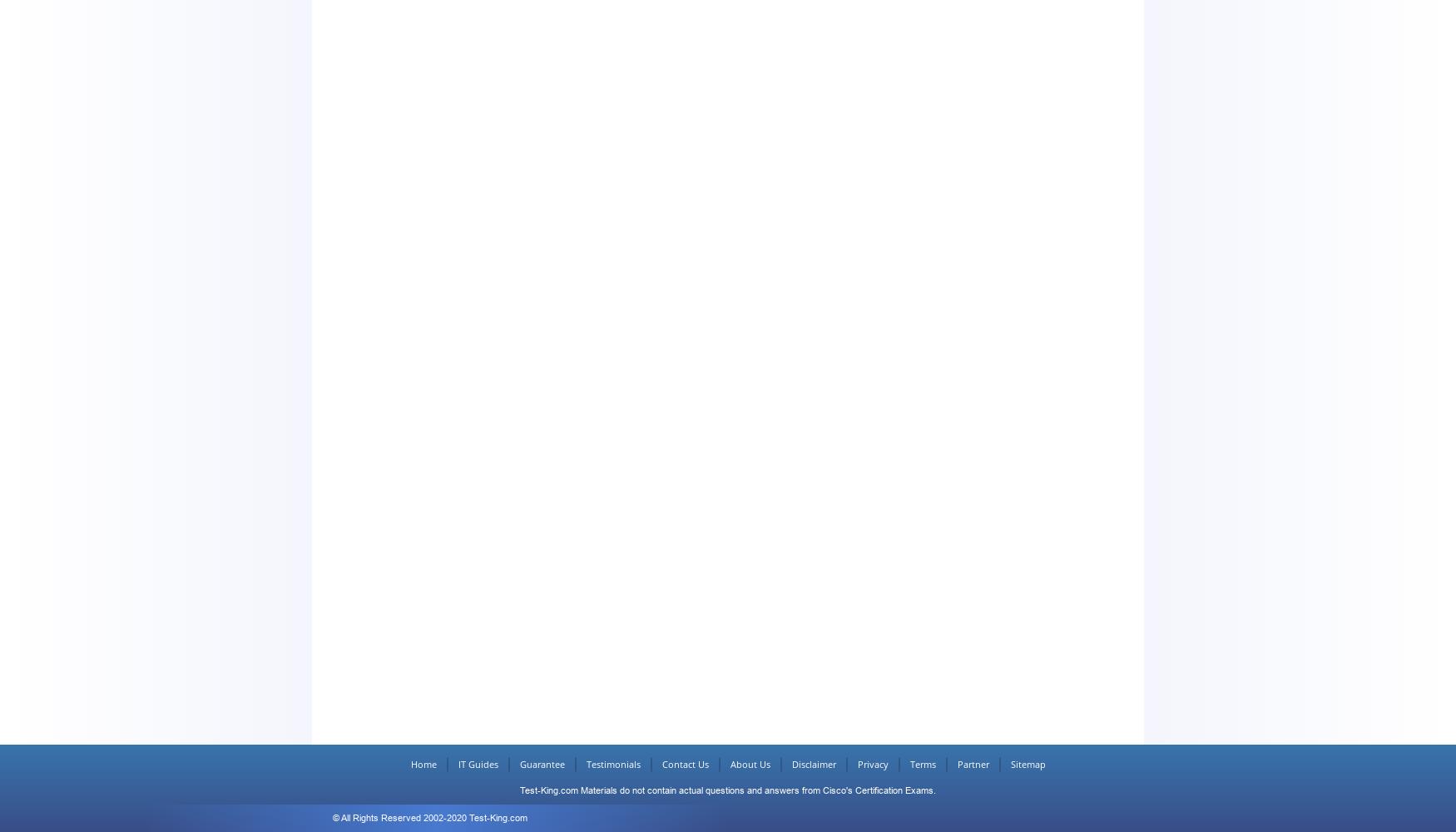 This screenshot has height=832, width=1456. Describe the element at coordinates (422, 764) in the screenshot. I see `'Home'` at that location.